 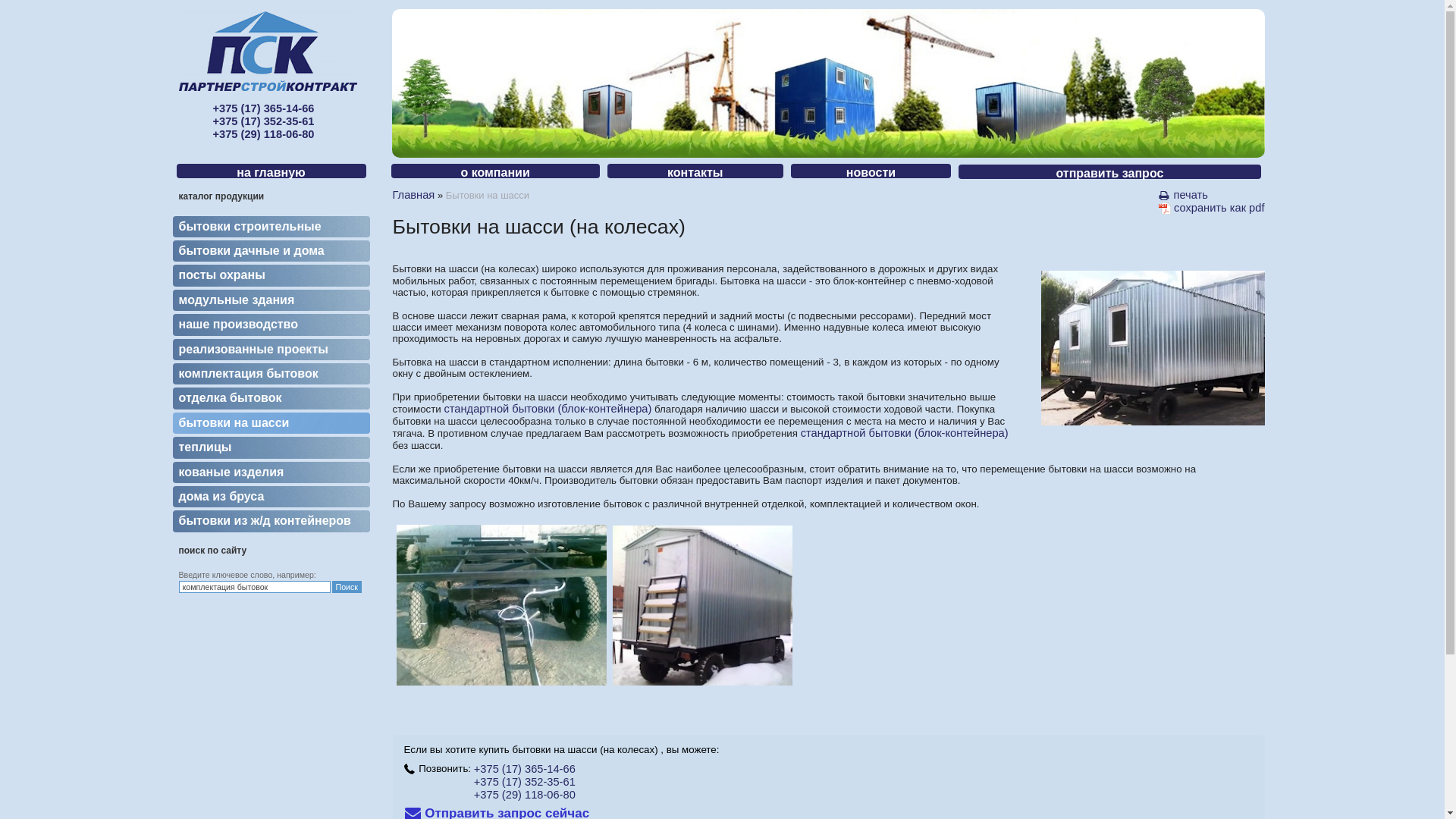 I want to click on '+375 (17) 365-14-66, so click(x=262, y=120).